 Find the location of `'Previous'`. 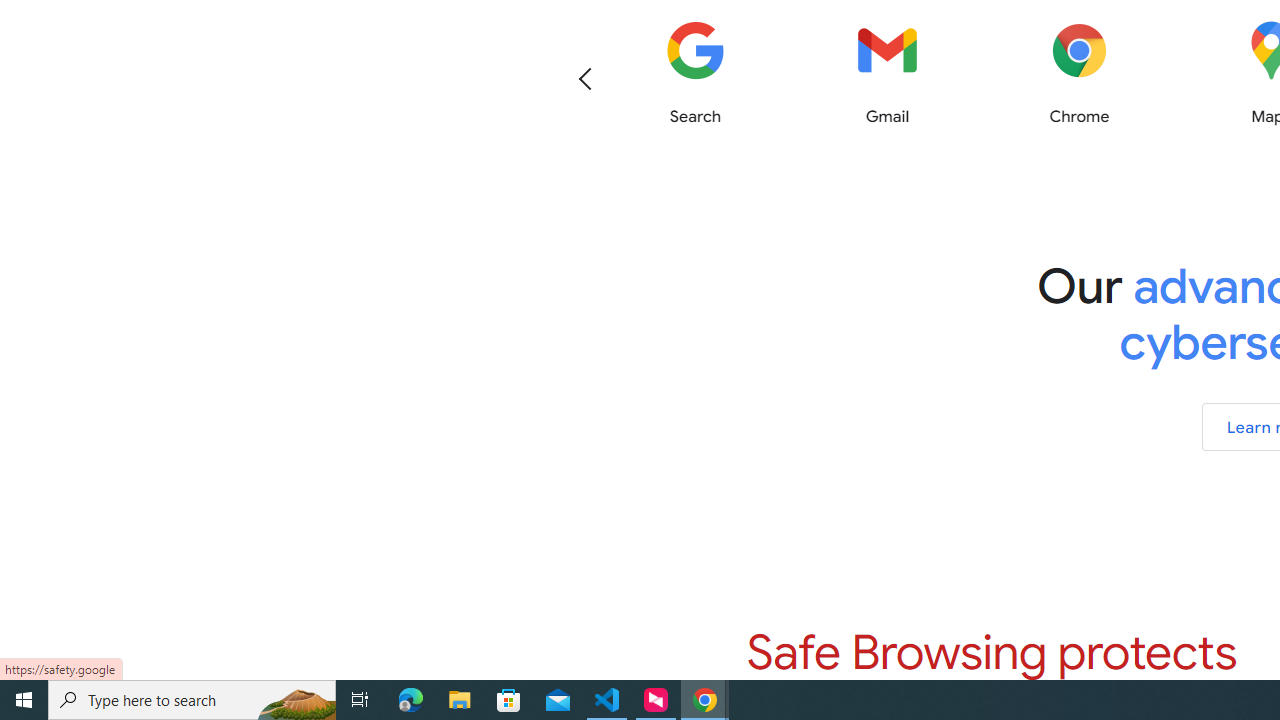

'Previous' is located at coordinates (584, 77).